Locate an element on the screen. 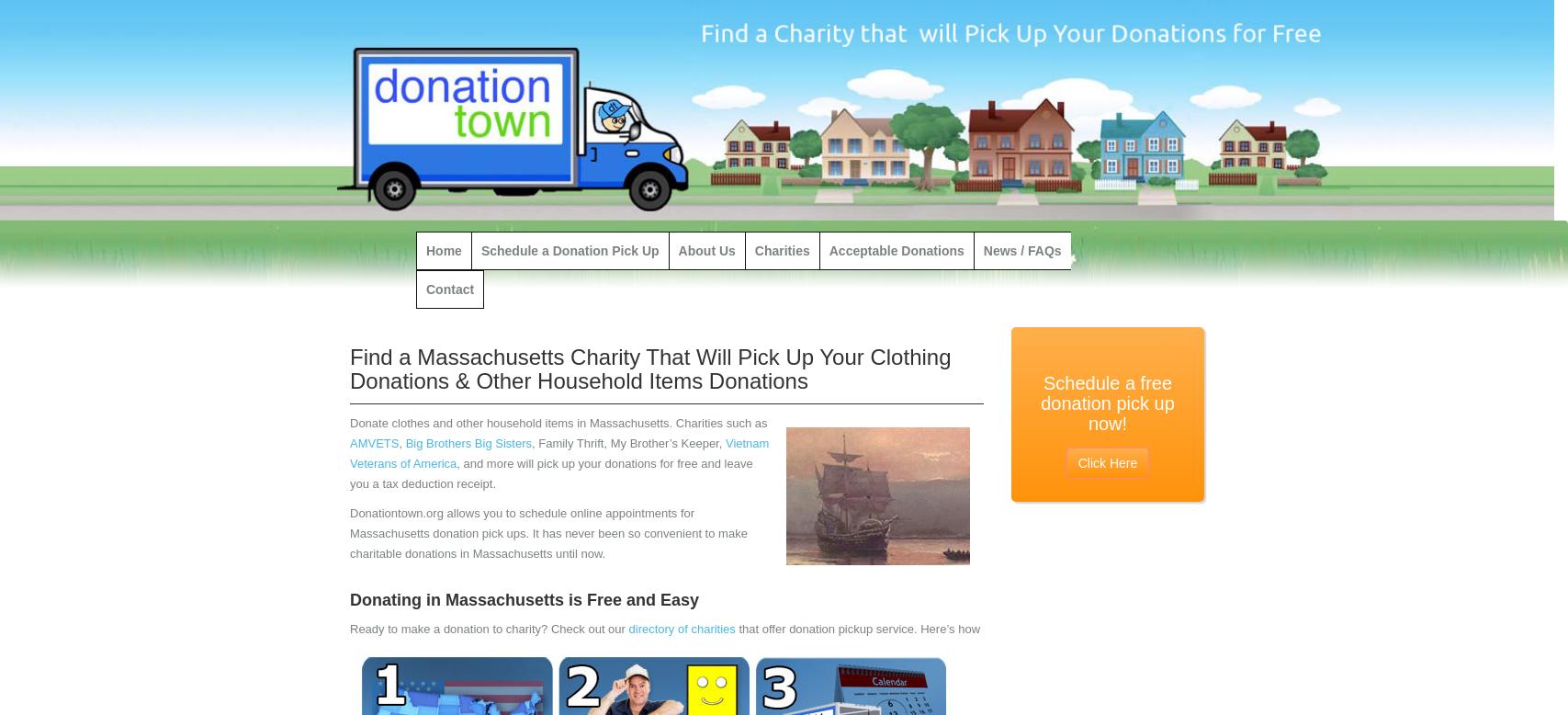 The width and height of the screenshot is (1568, 715). 'directory of       charities' is located at coordinates (682, 628).